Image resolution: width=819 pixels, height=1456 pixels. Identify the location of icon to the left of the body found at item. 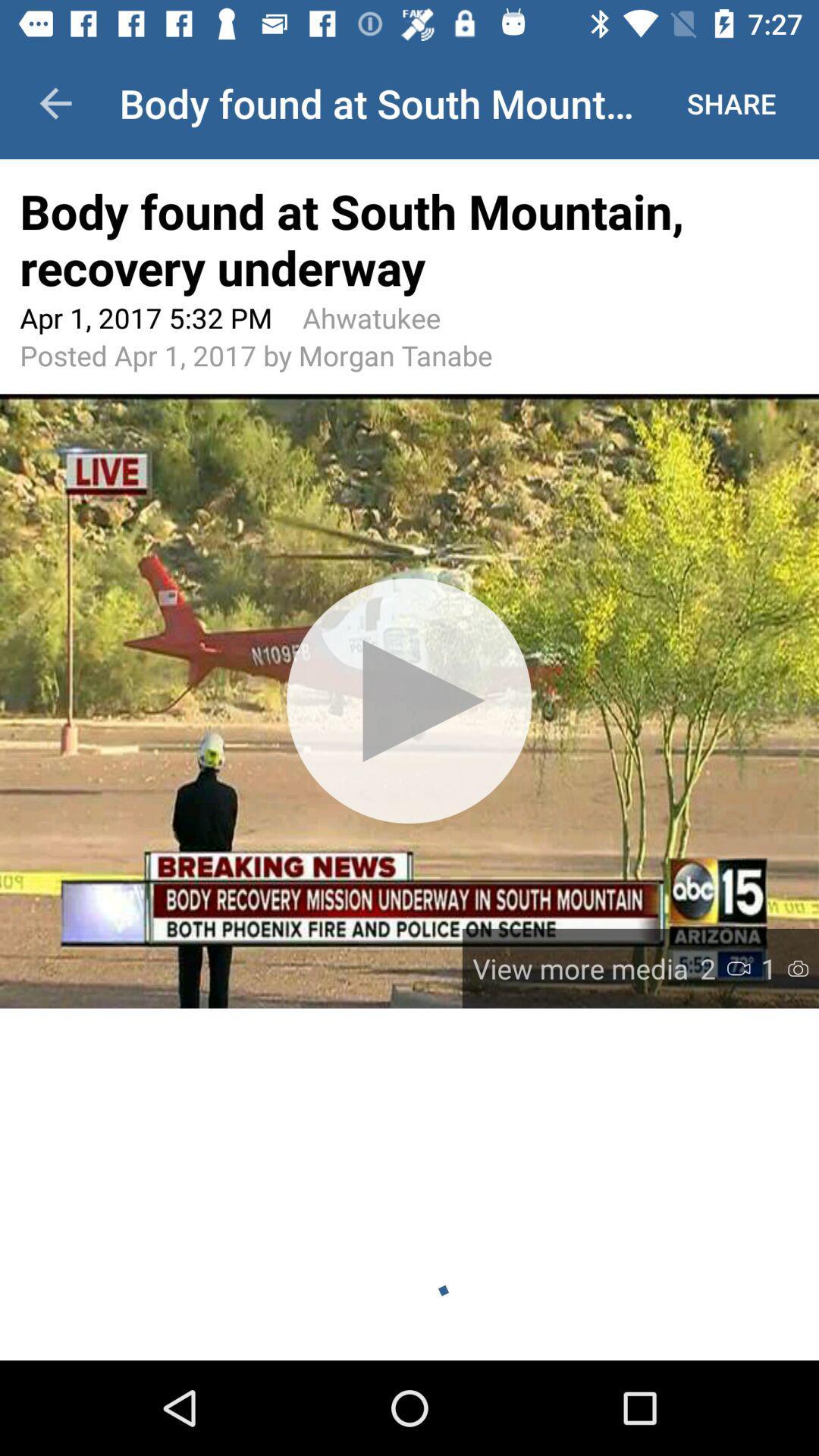
(55, 102).